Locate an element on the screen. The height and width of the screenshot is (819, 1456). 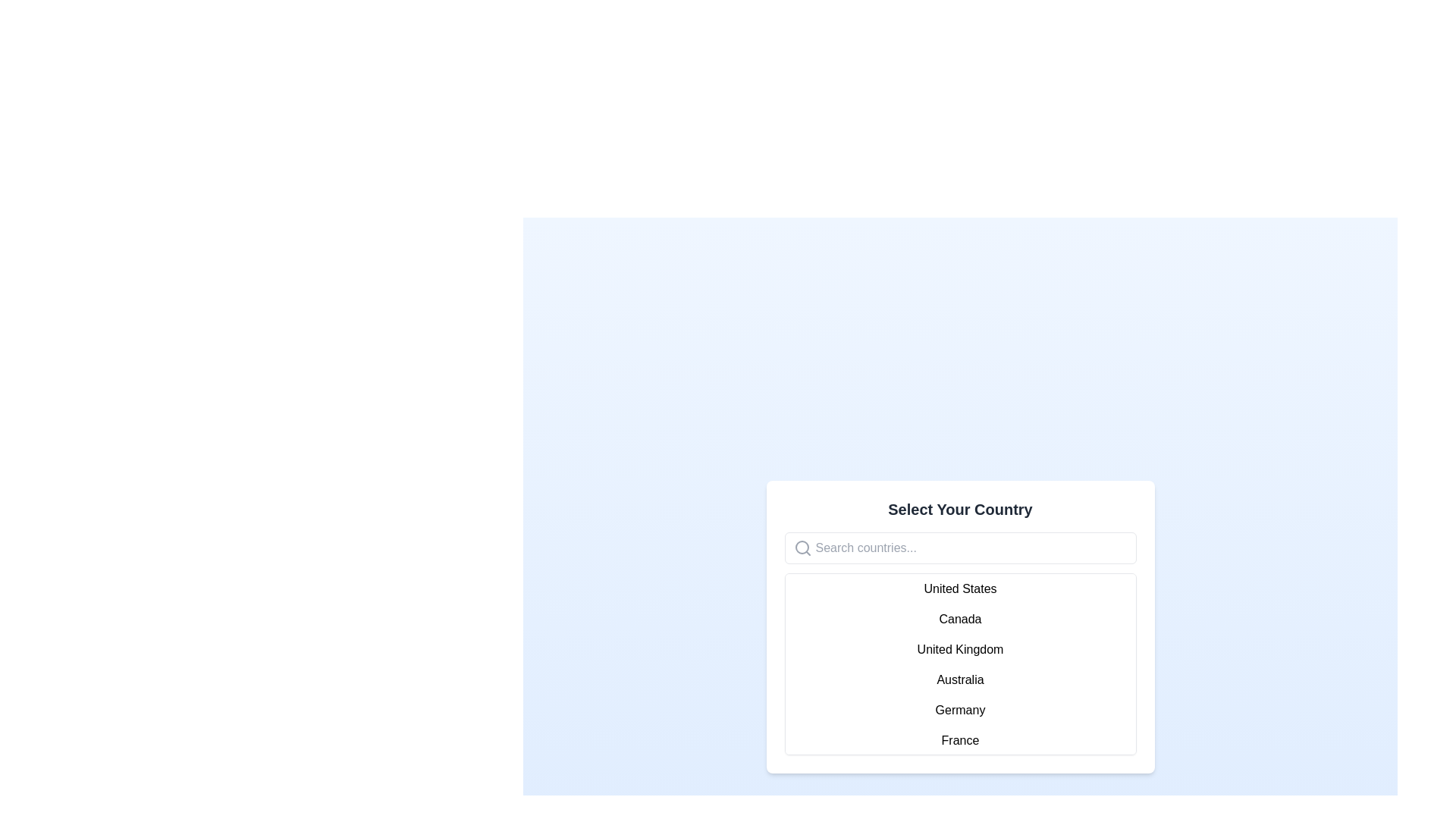
the second entry in the dropdown list is located at coordinates (959, 620).